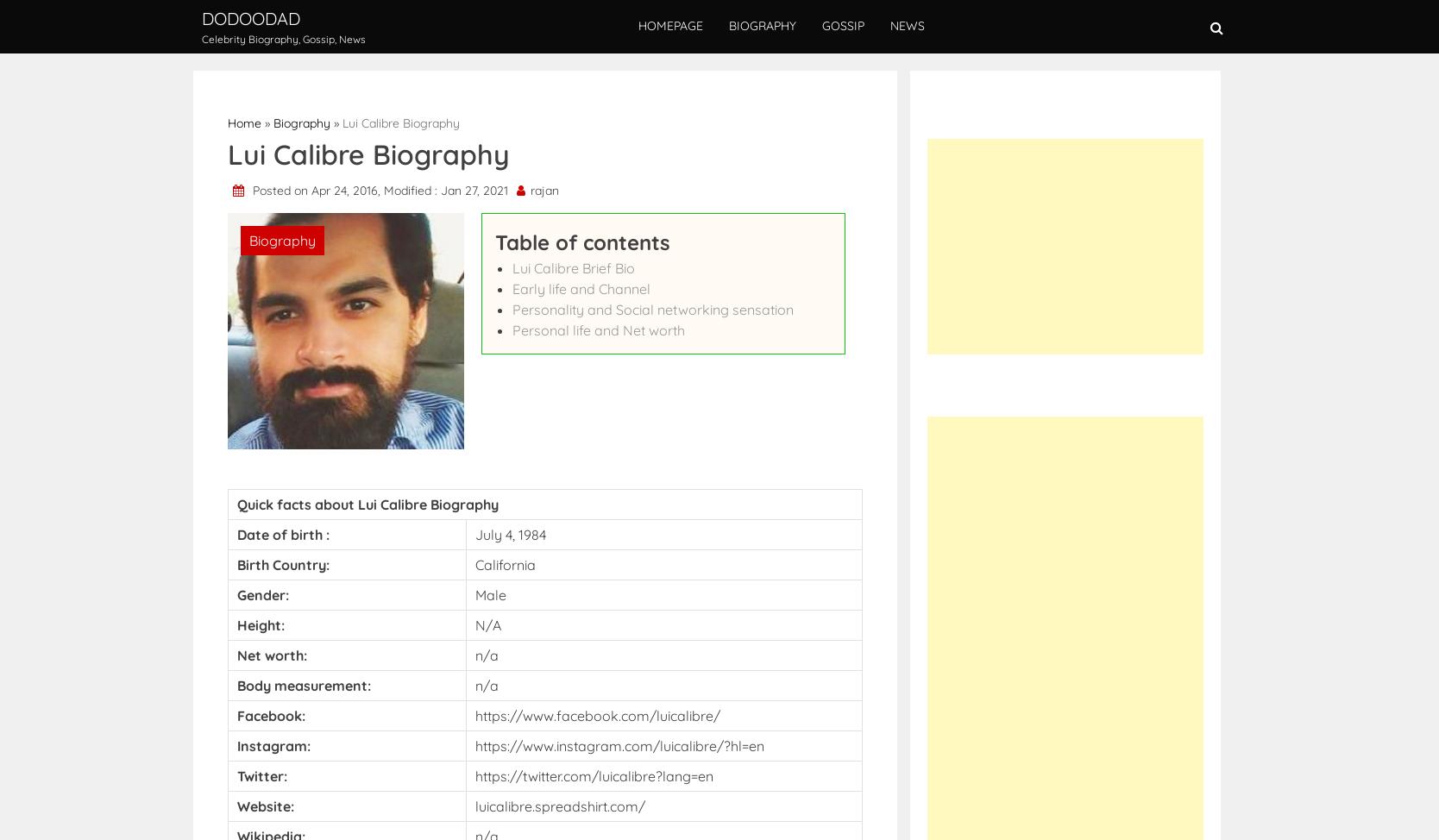 This screenshot has width=1439, height=840. What do you see at coordinates (380, 190) in the screenshot?
I see `'Posted on Apr 24, 2016,                                                 Modified : Jan 27, 2021'` at bounding box center [380, 190].